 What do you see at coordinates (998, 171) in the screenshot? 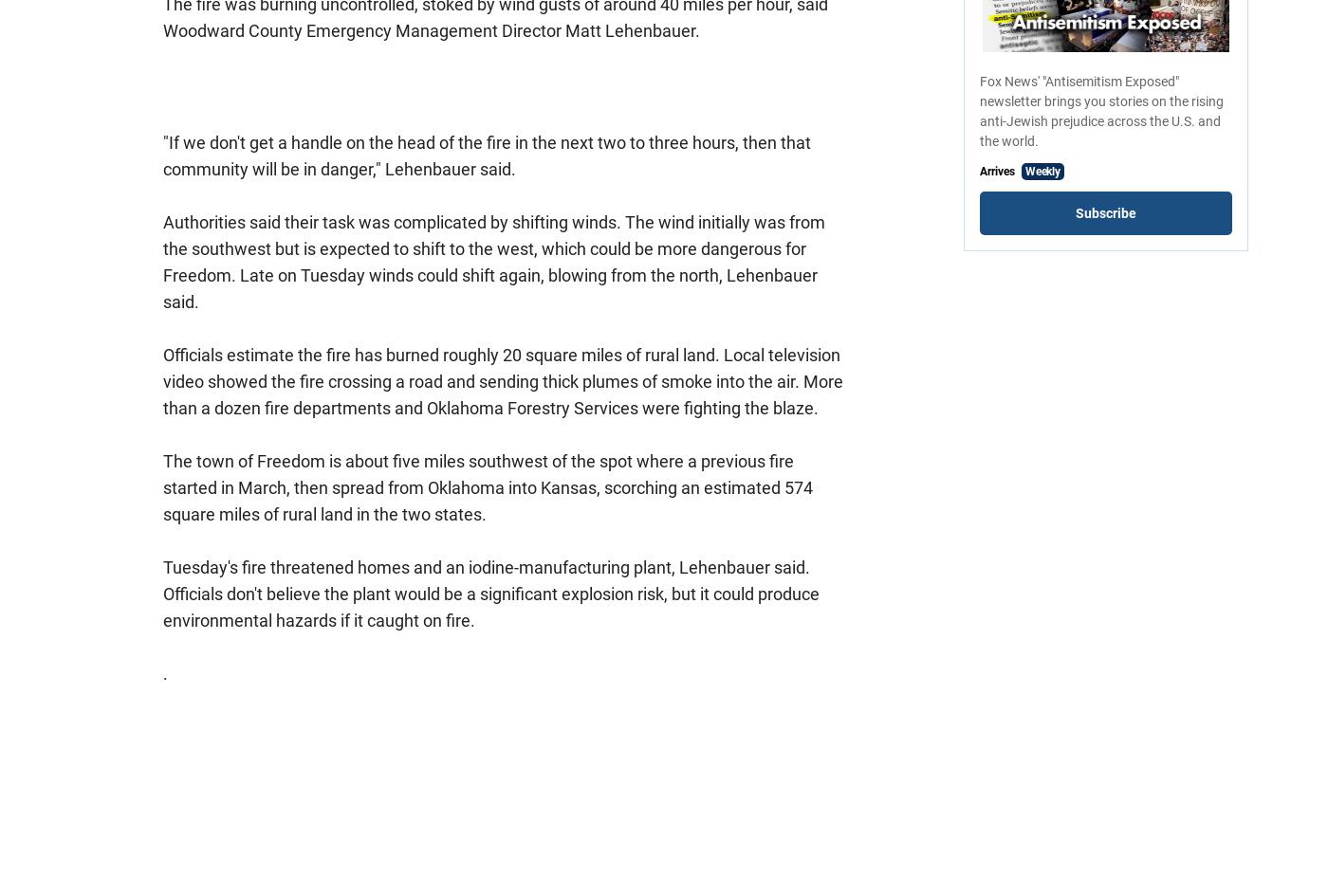
I see `'Arrives'` at bounding box center [998, 171].